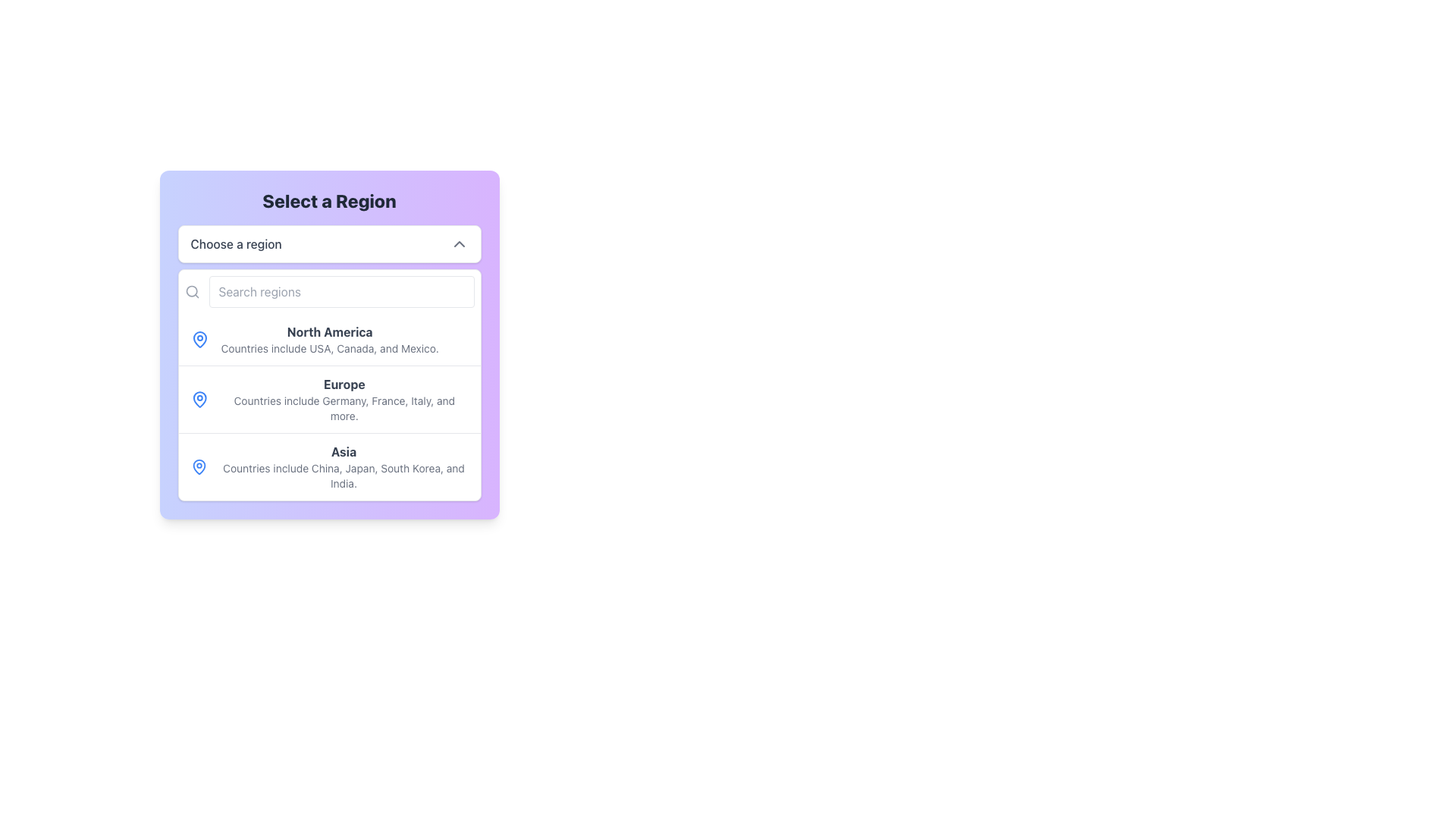 Image resolution: width=1456 pixels, height=819 pixels. What do you see at coordinates (329, 331) in the screenshot?
I see `the static text element displaying 'North America', which is styled in bold dark gray and is the first entry in a list above the descriptive text about countries` at bounding box center [329, 331].